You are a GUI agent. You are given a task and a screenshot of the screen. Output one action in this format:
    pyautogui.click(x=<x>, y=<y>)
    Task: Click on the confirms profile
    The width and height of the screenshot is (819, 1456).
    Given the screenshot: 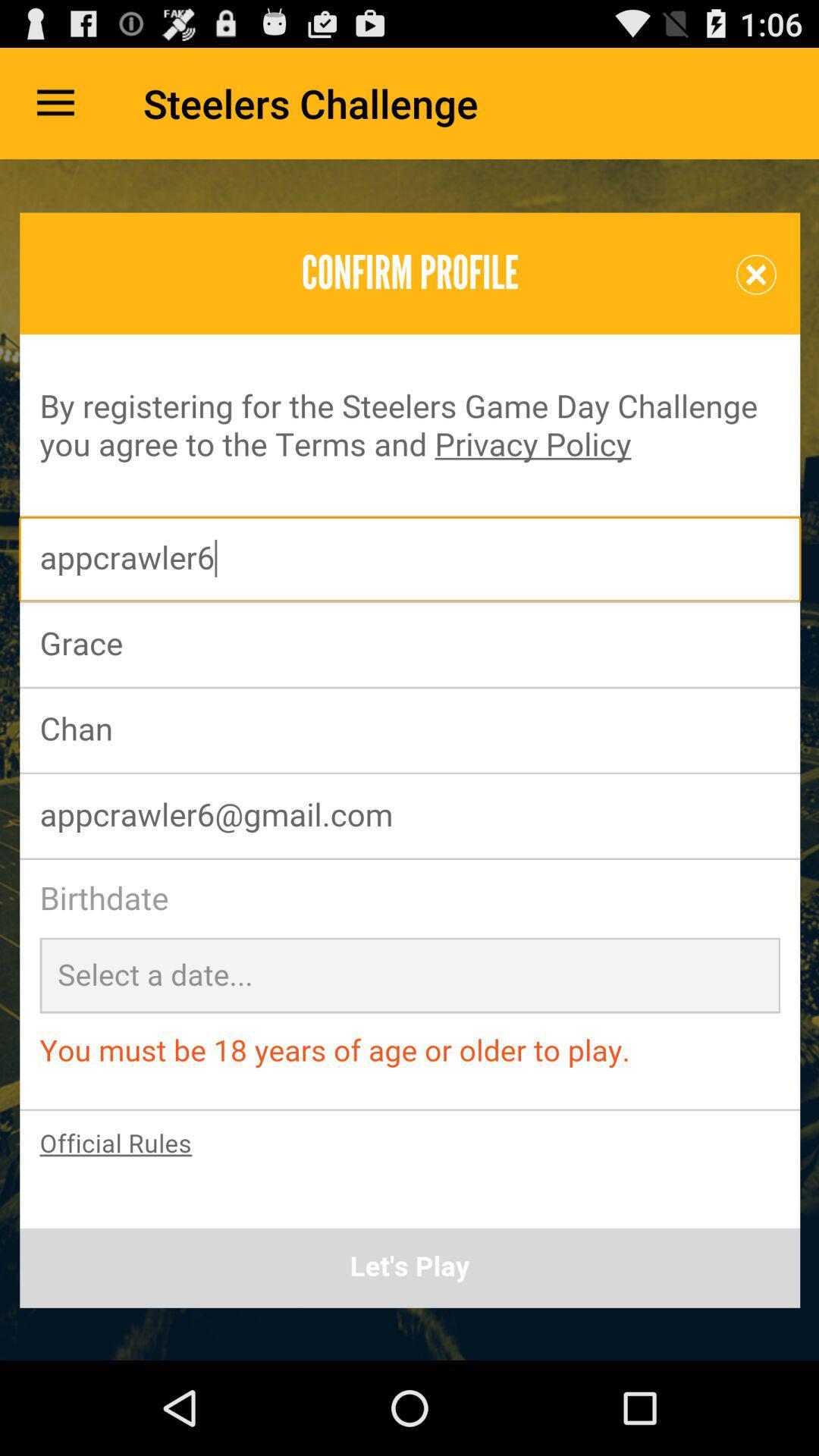 What is the action you would take?
    pyautogui.click(x=409, y=760)
    